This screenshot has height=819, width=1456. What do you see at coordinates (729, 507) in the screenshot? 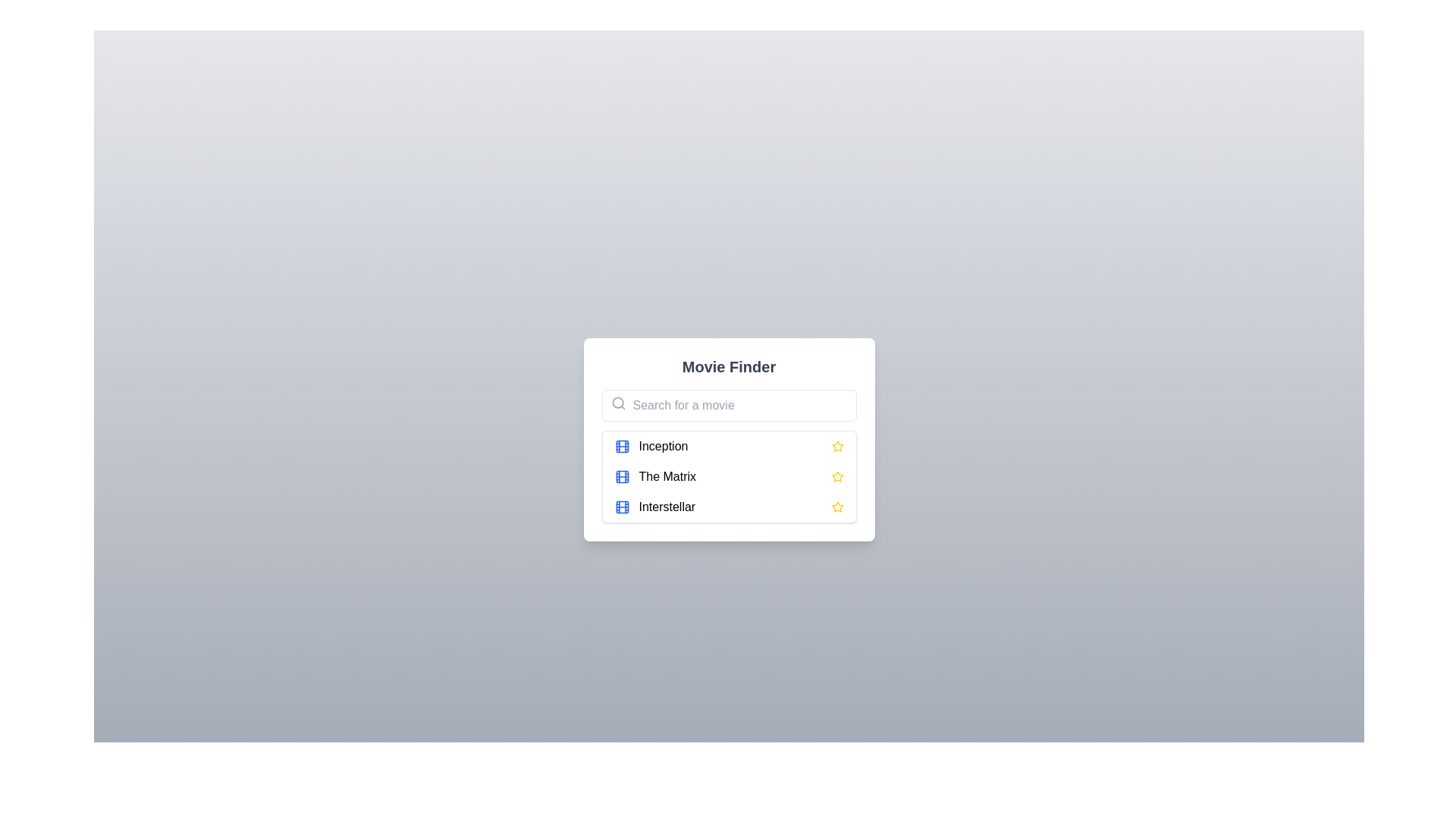
I see `the third list item representing a selectable movie option located below 'Inception' and 'The Matrix'` at bounding box center [729, 507].